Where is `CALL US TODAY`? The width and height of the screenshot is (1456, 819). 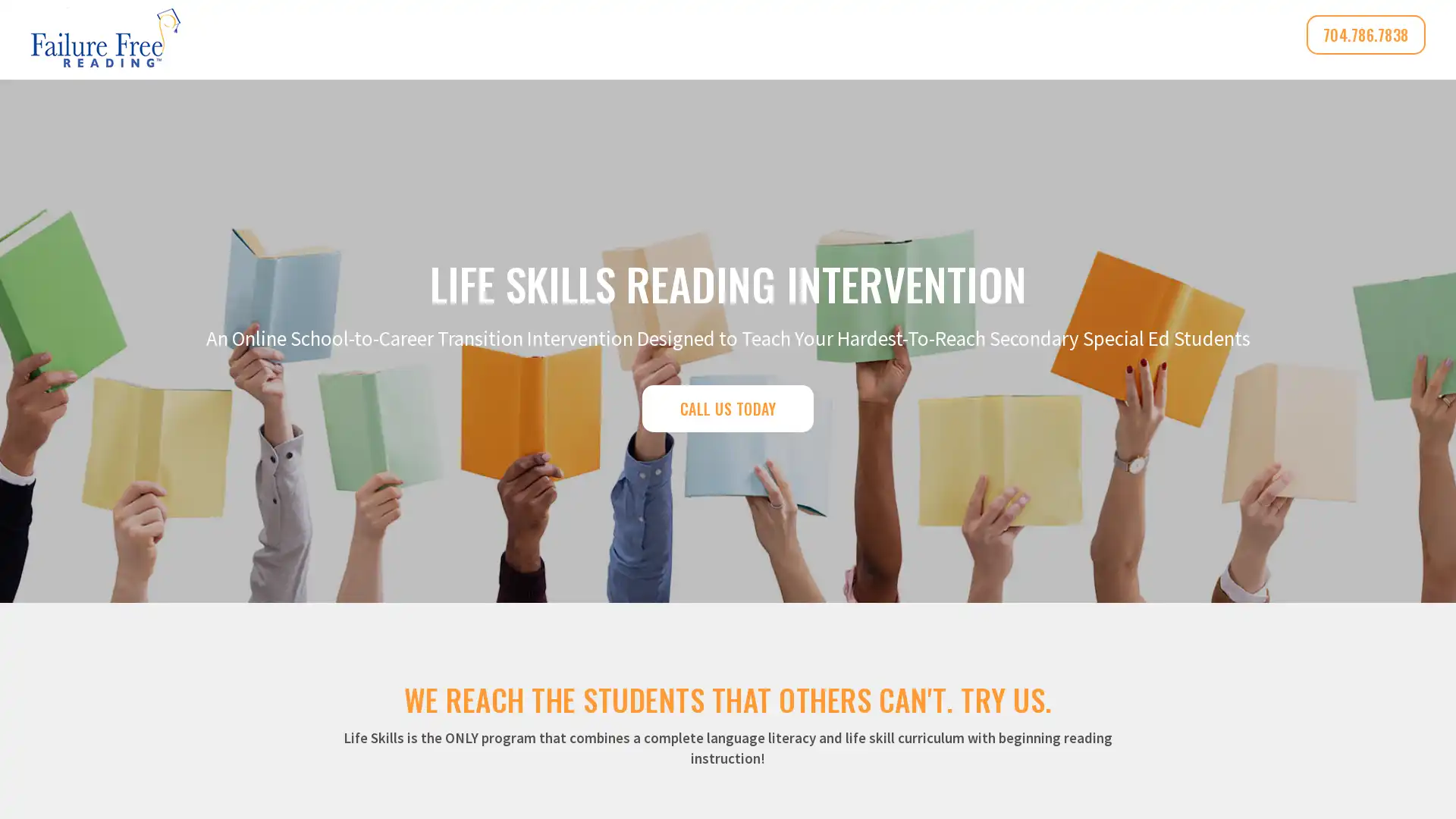
CALL US TODAY is located at coordinates (726, 406).